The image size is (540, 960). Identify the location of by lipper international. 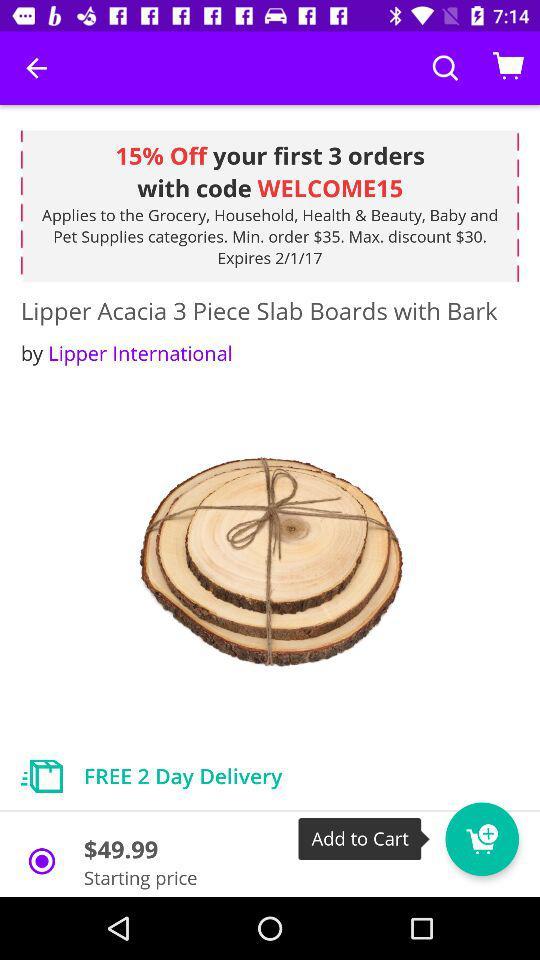
(126, 353).